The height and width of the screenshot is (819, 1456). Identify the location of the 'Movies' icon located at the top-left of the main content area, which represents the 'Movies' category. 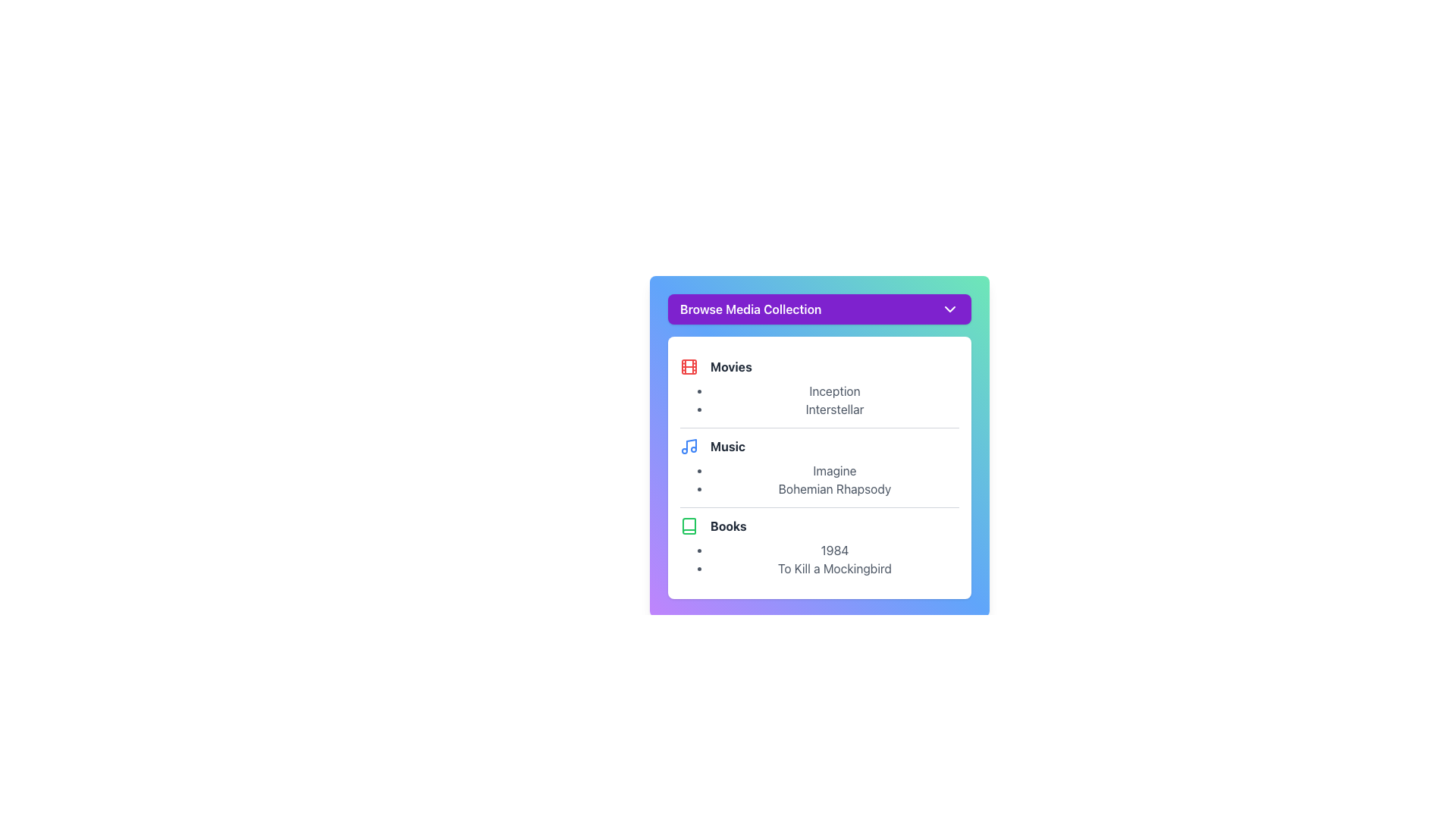
(688, 366).